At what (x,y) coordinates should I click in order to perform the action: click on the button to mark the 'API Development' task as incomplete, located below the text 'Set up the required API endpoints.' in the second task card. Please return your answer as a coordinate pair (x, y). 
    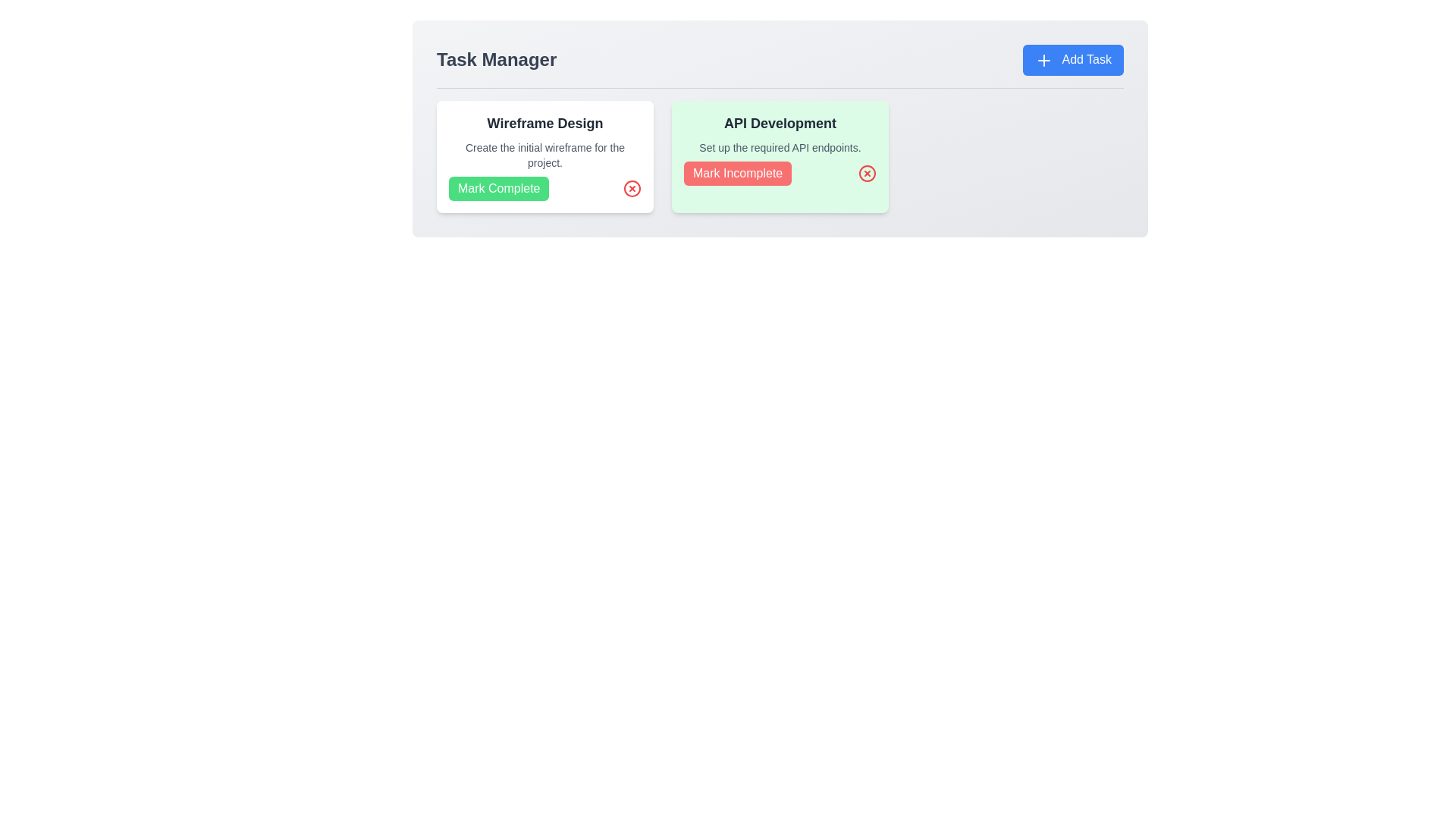
    Looking at the image, I should click on (780, 171).